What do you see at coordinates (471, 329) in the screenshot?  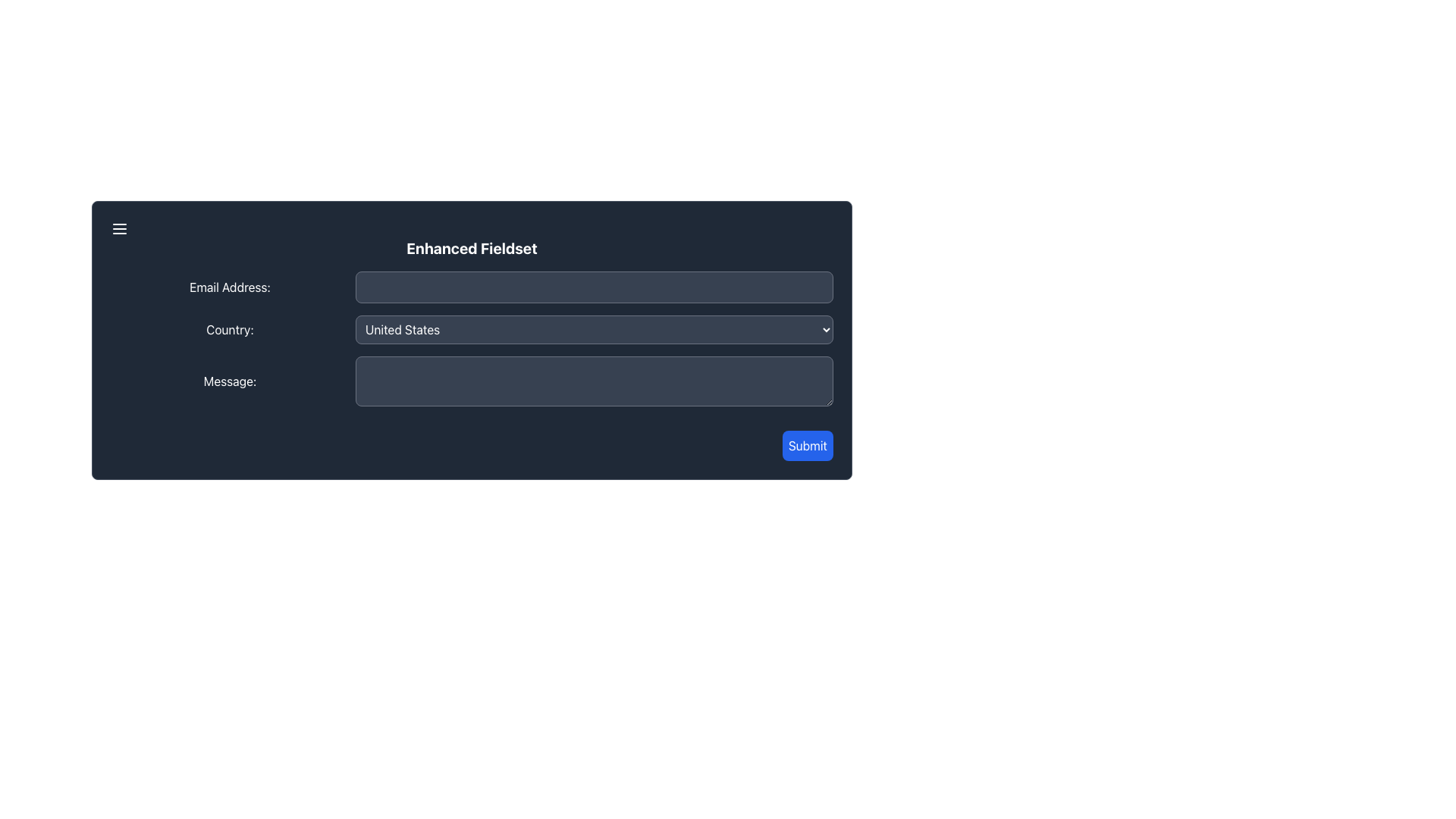 I see `the 'Country:' dropdown menu` at bounding box center [471, 329].